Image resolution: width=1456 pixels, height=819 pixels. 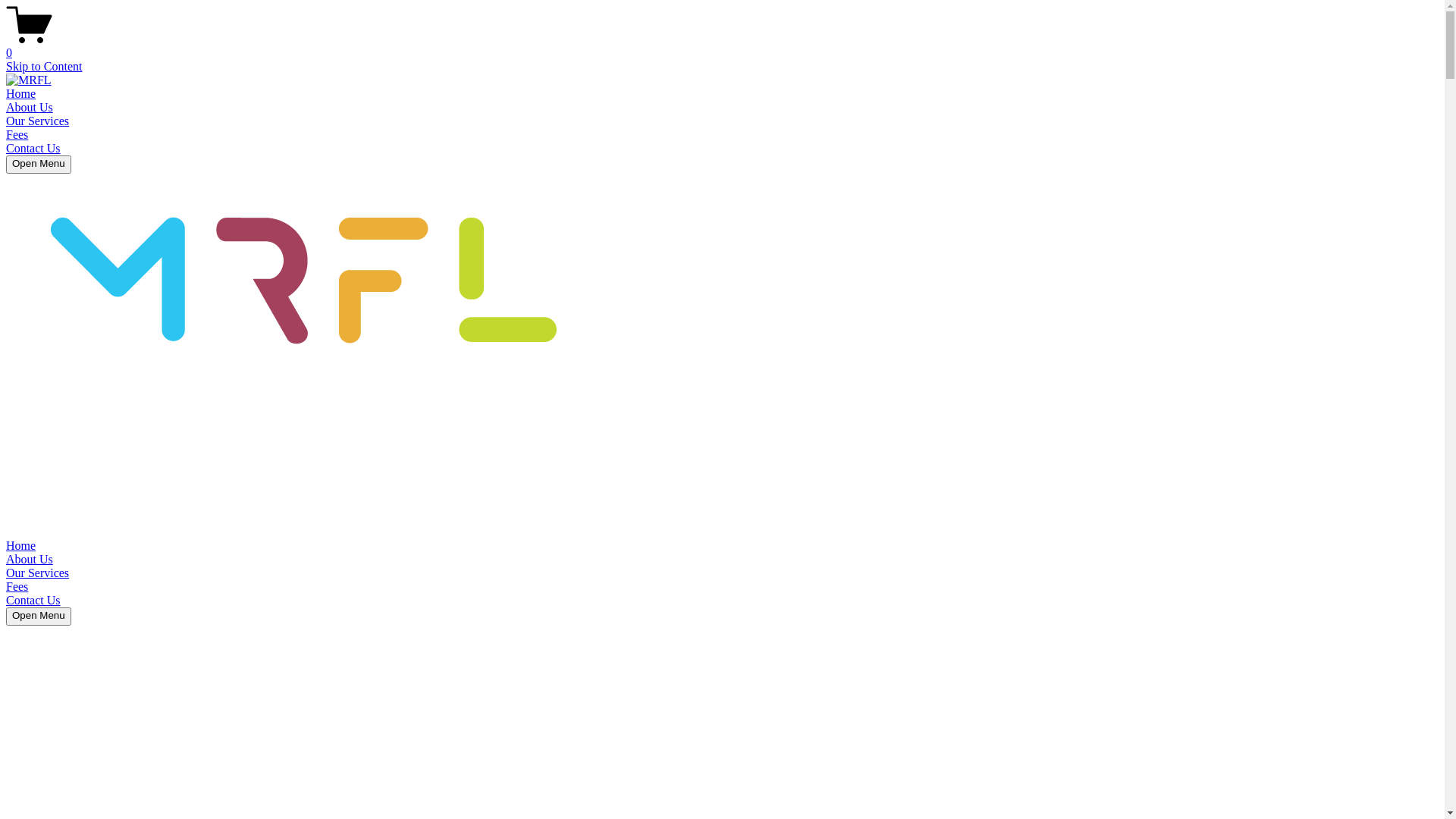 What do you see at coordinates (6, 133) in the screenshot?
I see `'Fees'` at bounding box center [6, 133].